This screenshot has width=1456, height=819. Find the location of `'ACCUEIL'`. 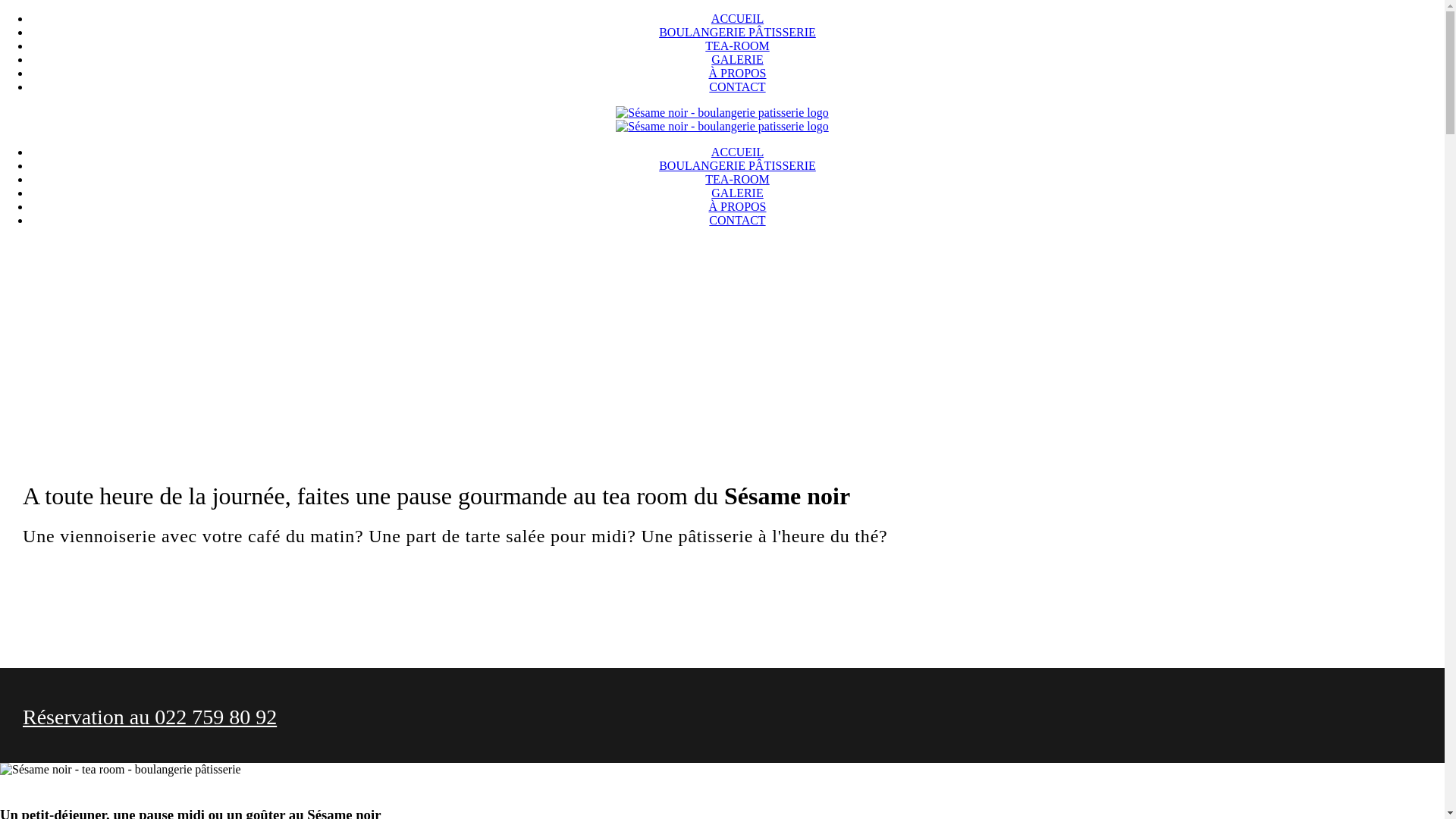

'ACCUEIL' is located at coordinates (737, 18).